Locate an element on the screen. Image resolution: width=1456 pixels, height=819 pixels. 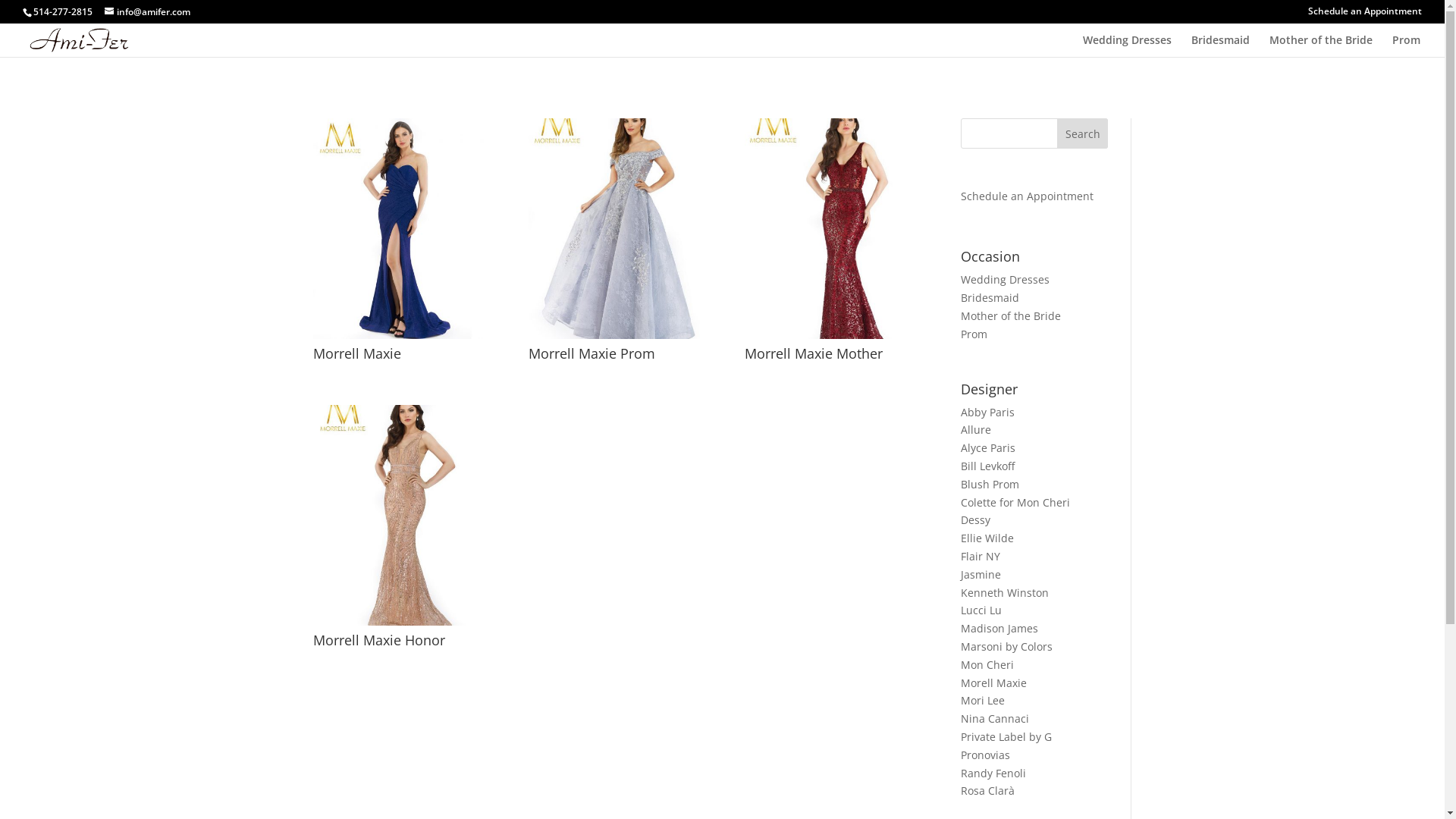
'Mon Cheri' is located at coordinates (987, 664).